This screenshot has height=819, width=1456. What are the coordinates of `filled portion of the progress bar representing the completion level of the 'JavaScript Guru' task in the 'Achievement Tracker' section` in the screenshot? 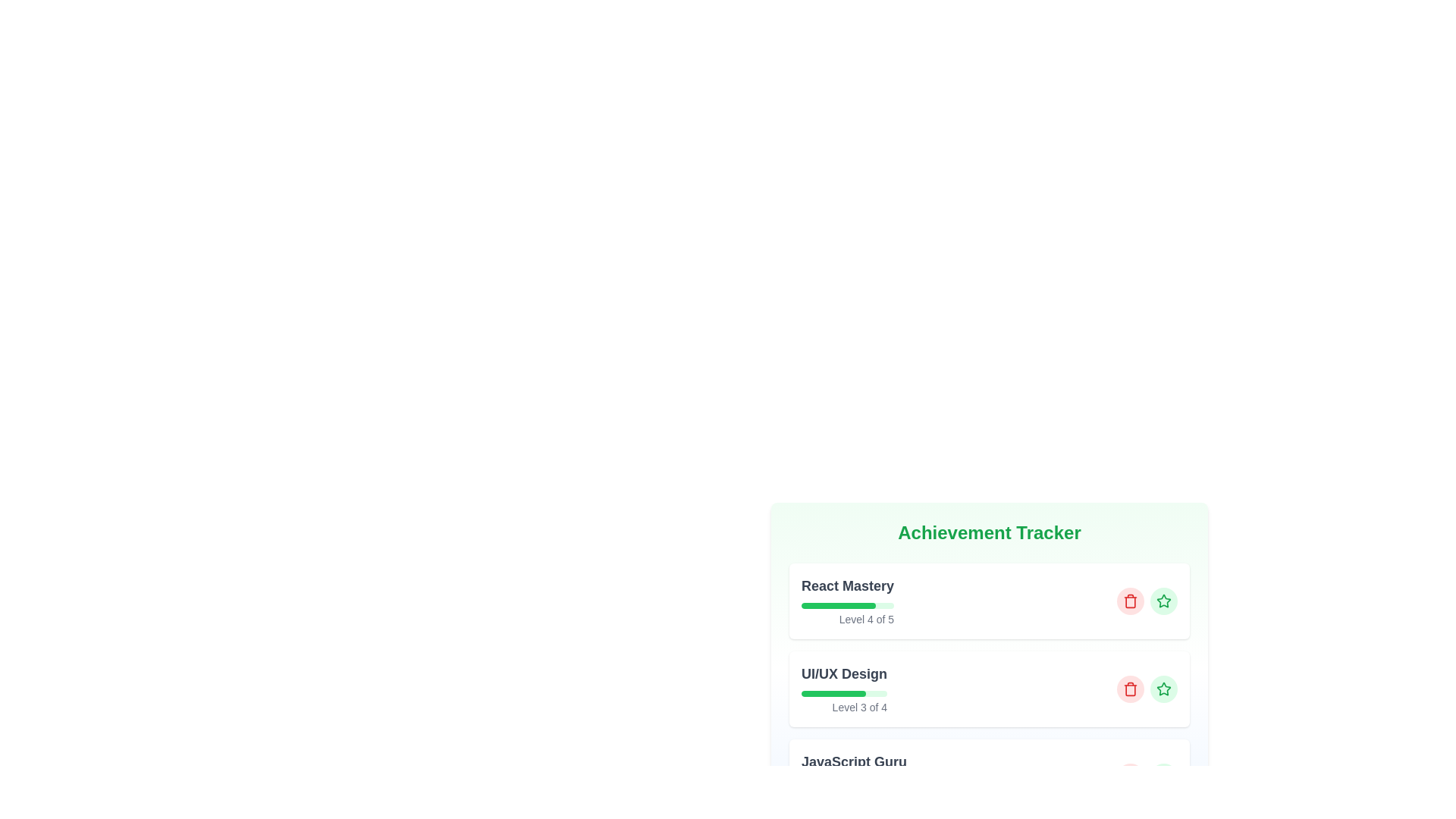 It's located at (836, 781).